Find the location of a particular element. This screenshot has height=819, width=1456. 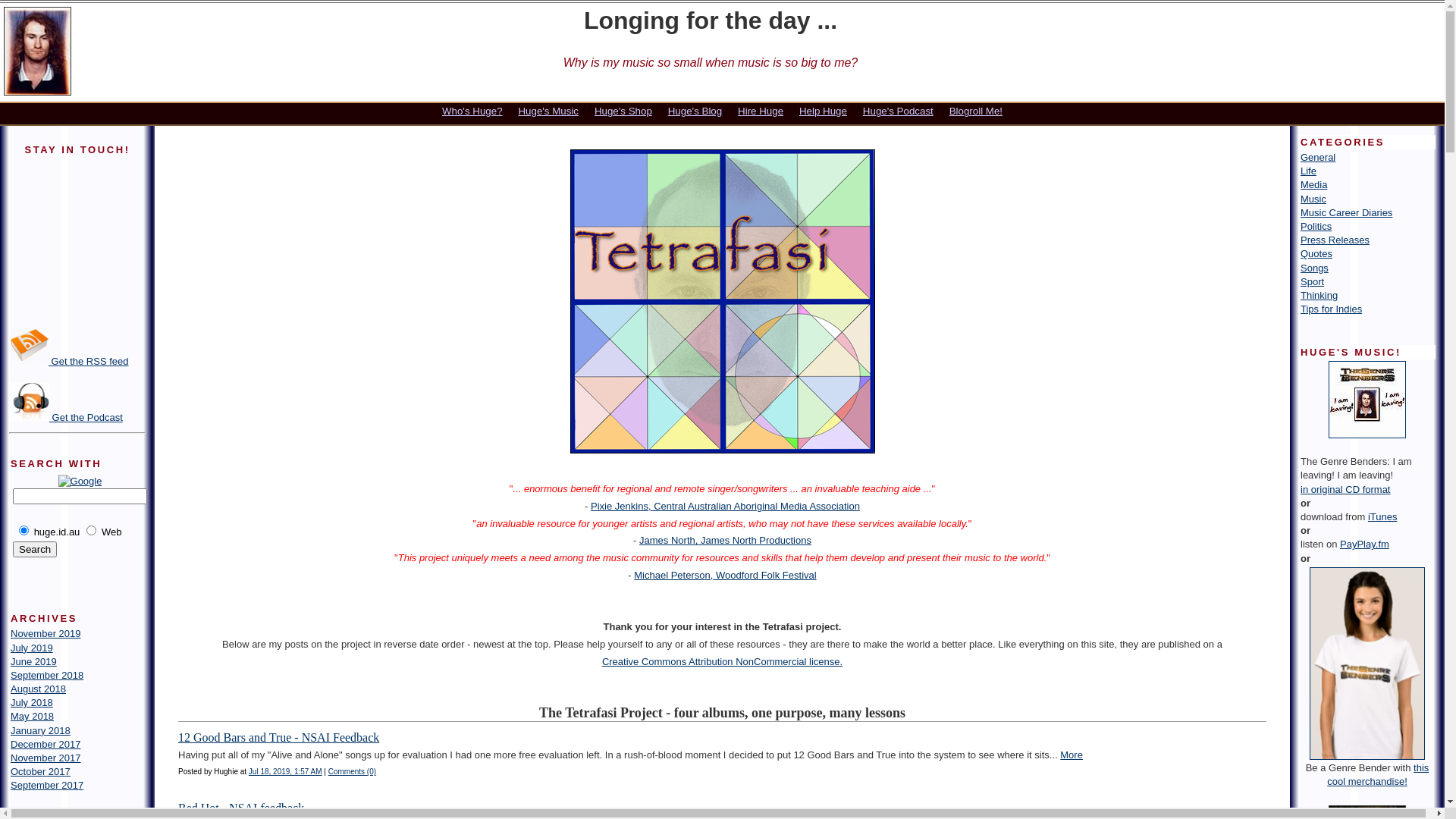

'PayPlay.fm' is located at coordinates (1364, 543).